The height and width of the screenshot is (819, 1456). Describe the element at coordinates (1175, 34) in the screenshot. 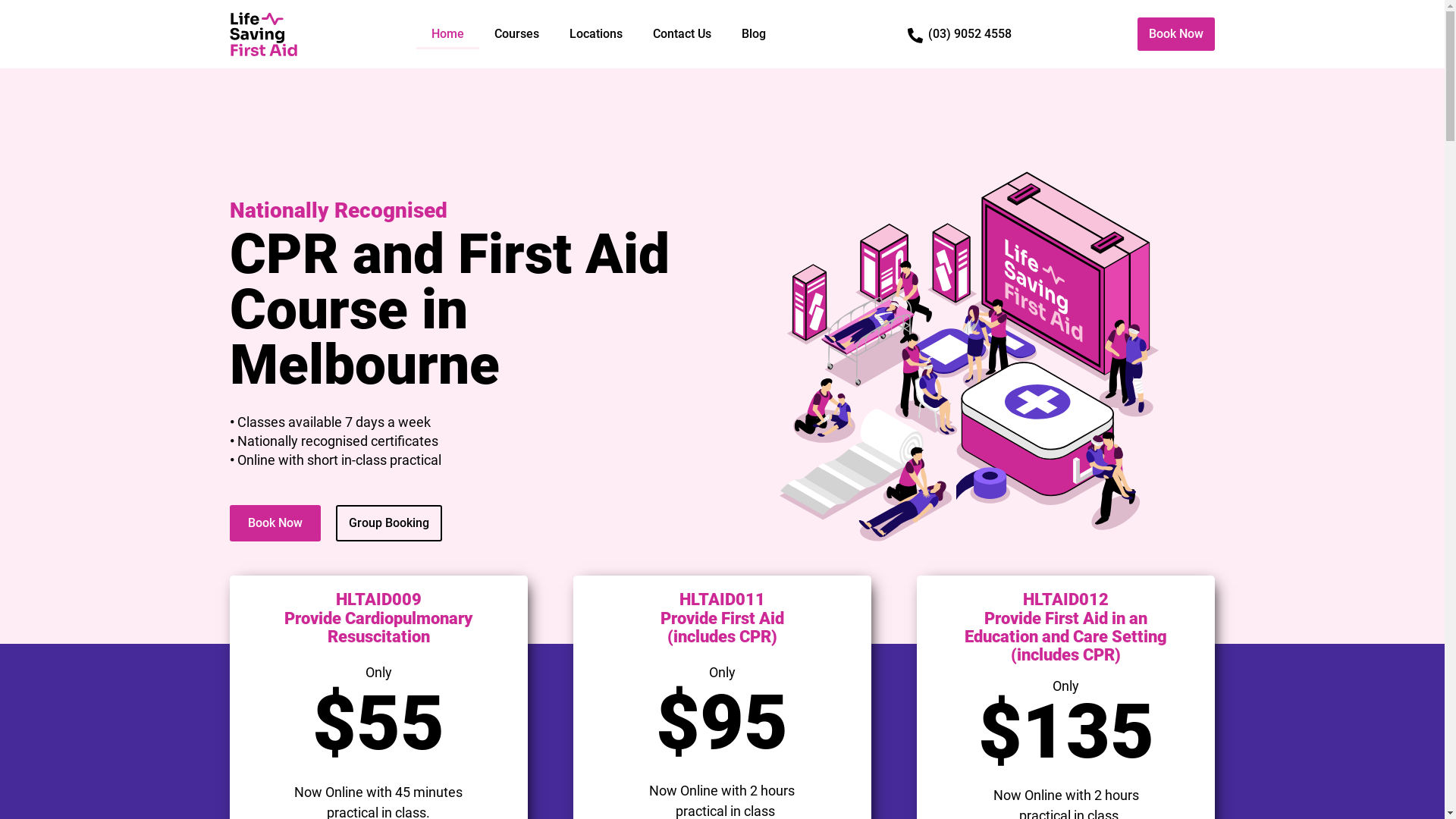

I see `'Book Now'` at that location.